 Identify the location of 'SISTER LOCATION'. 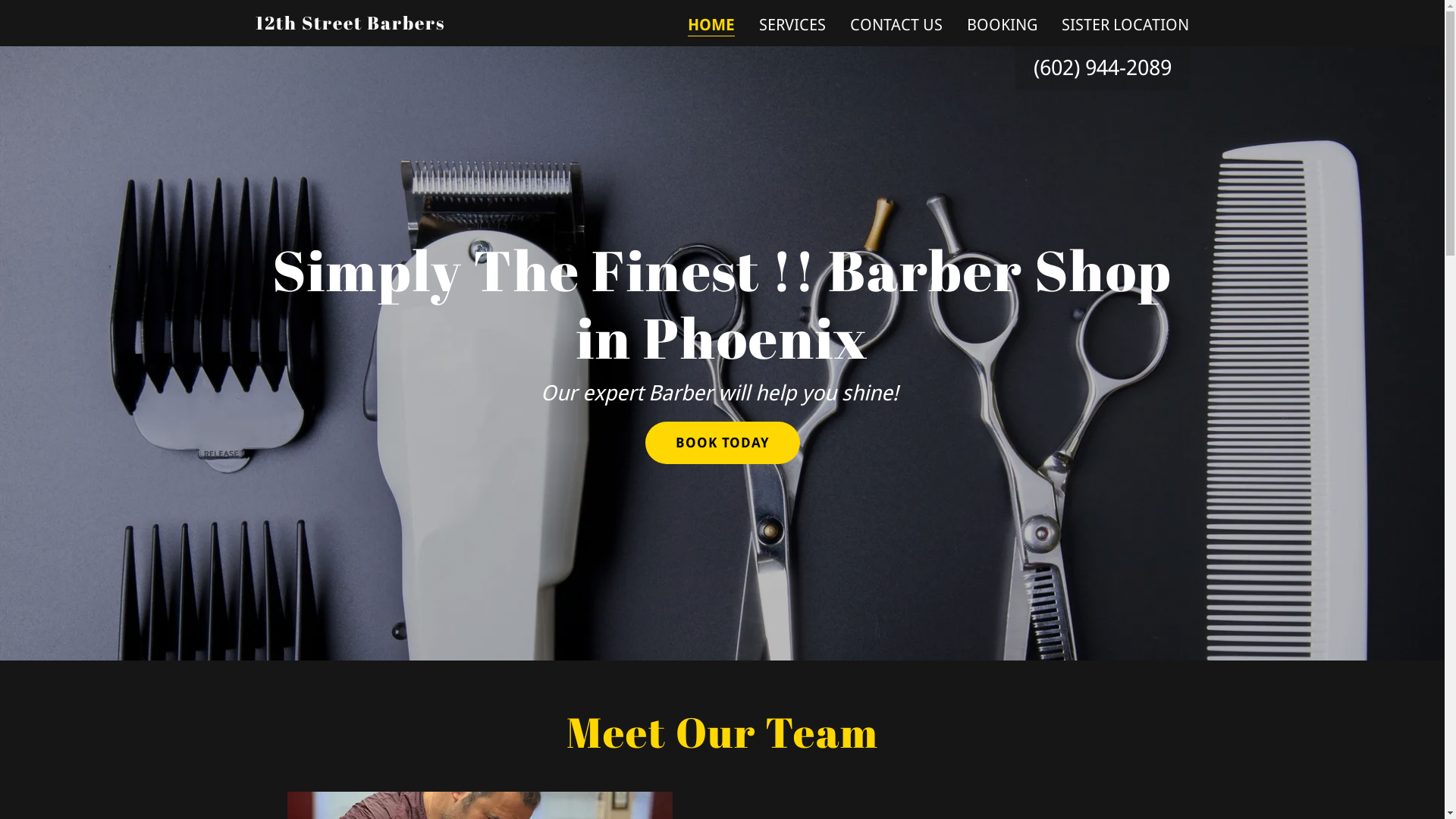
(1125, 25).